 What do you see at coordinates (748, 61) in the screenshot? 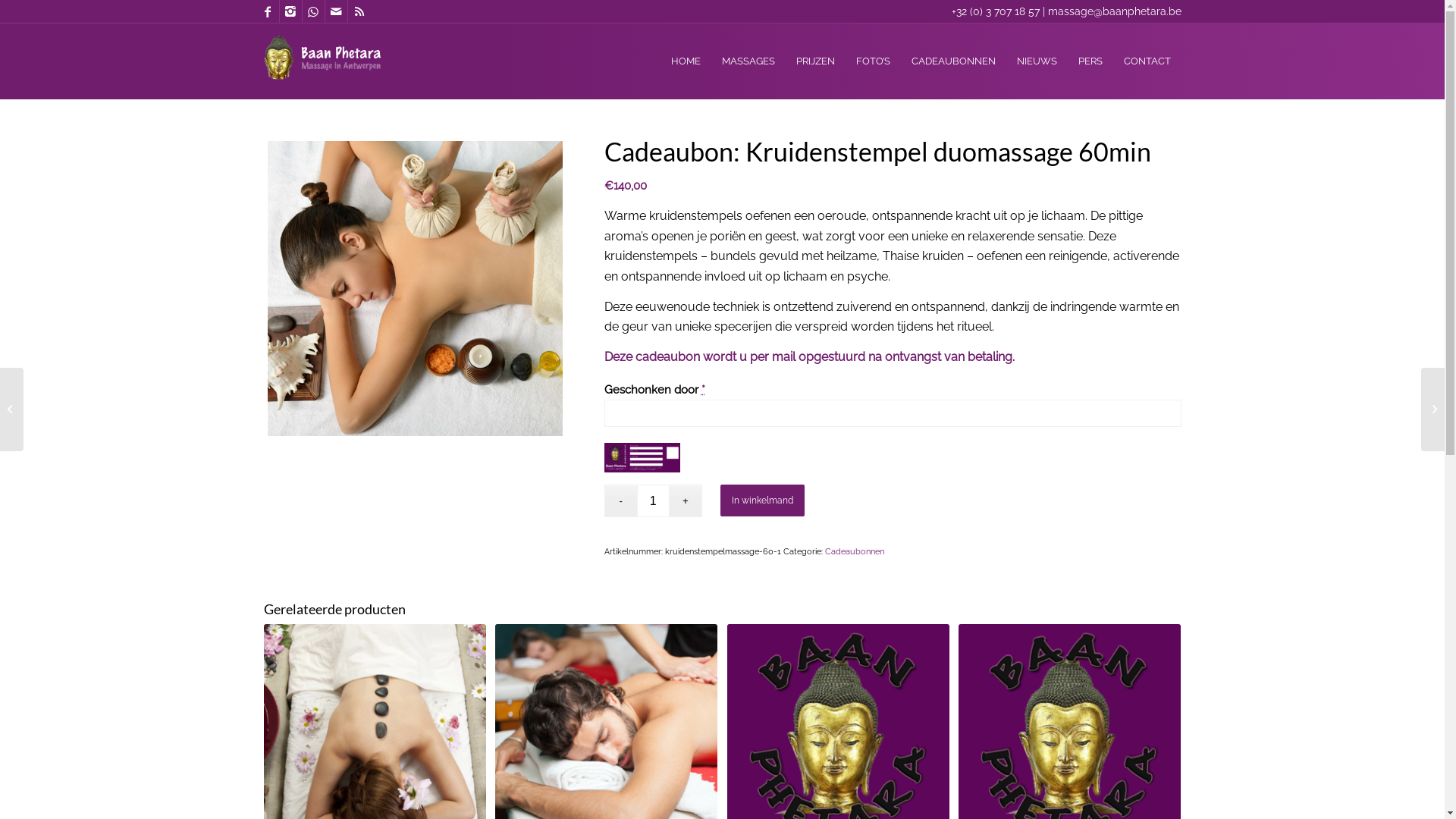
I see `'MASSAGES'` at bounding box center [748, 61].